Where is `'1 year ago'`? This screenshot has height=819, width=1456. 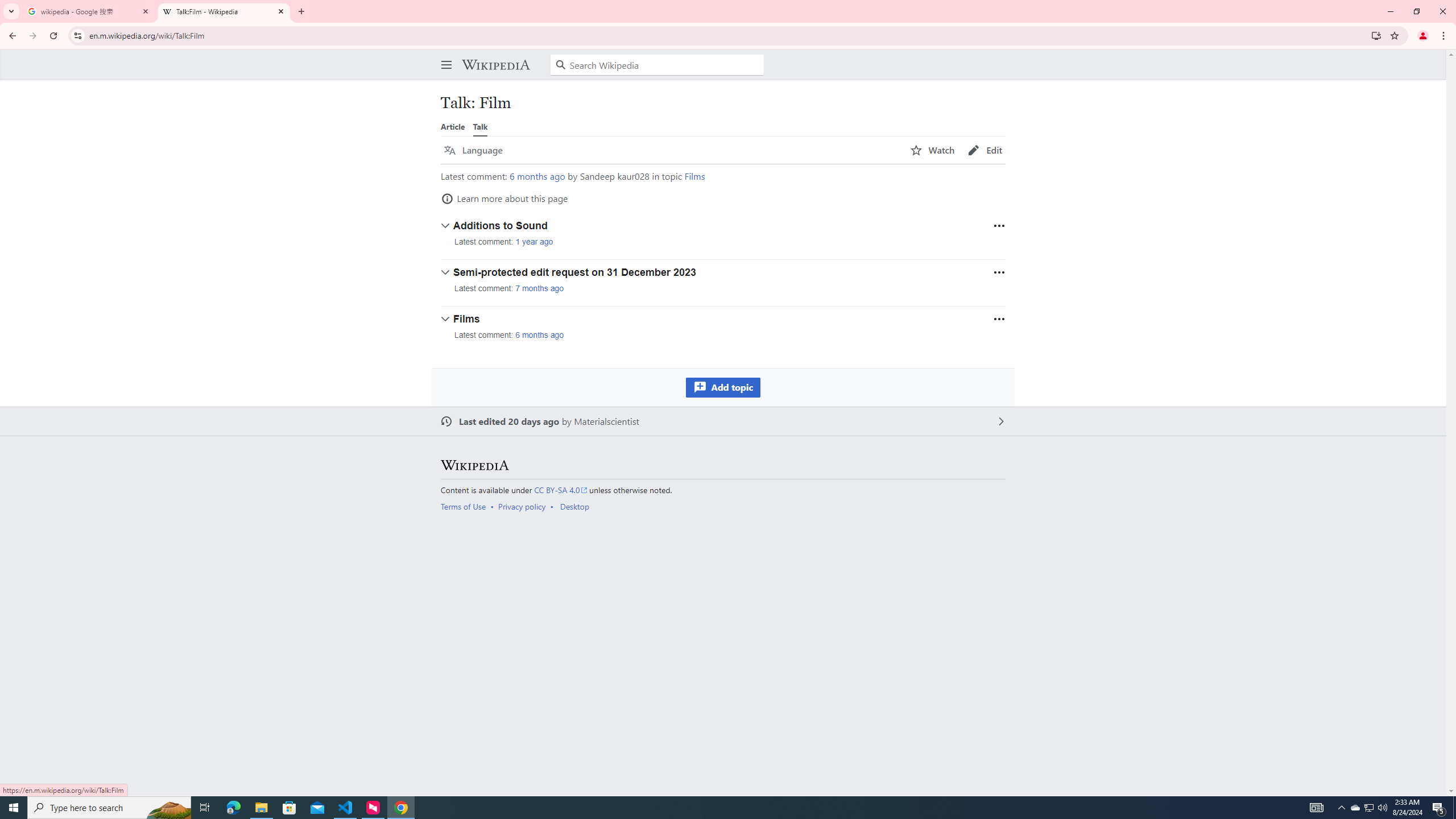 '1 year ago' is located at coordinates (533, 242).